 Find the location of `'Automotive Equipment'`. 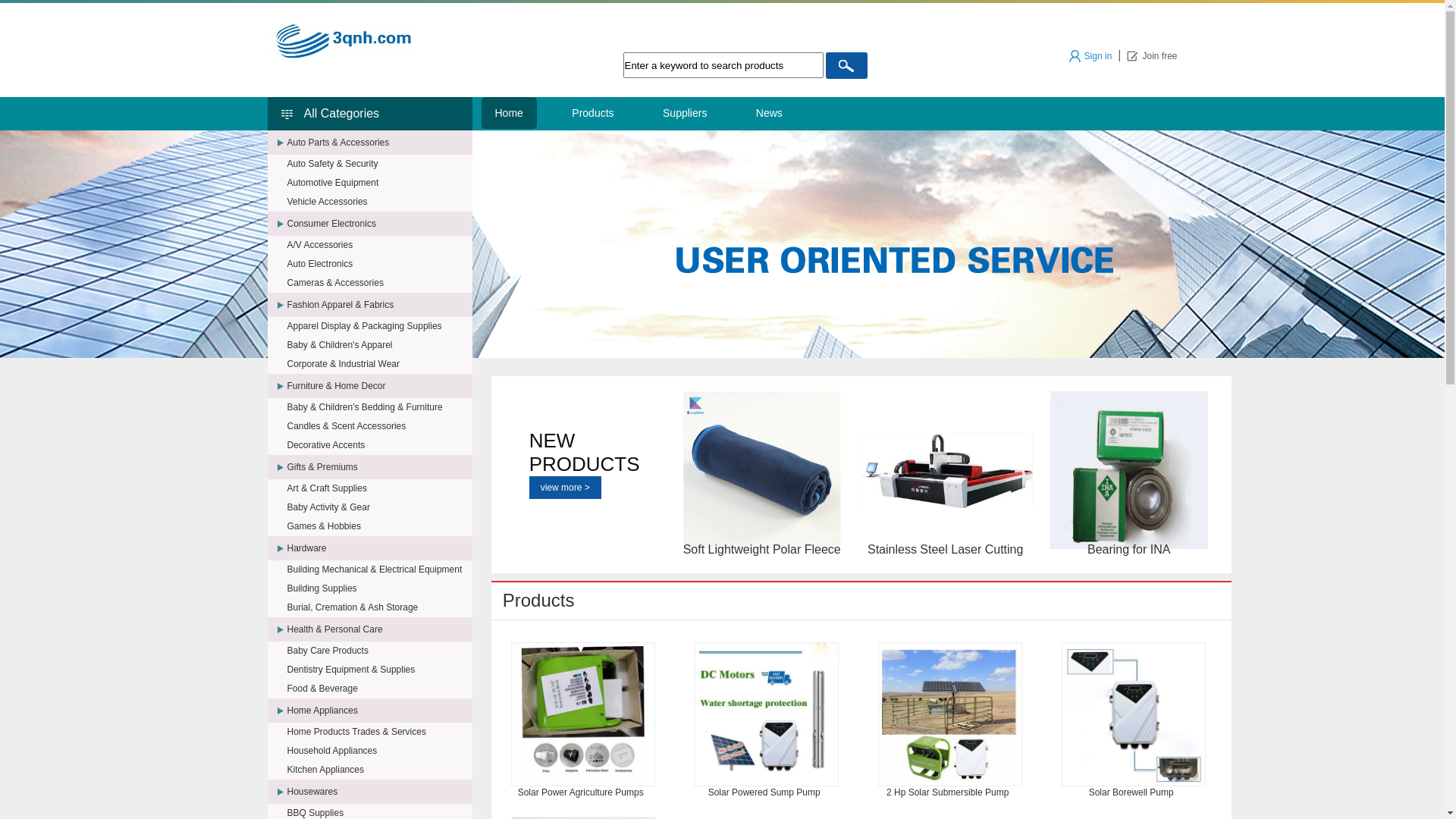

'Automotive Equipment' is located at coordinates (378, 181).